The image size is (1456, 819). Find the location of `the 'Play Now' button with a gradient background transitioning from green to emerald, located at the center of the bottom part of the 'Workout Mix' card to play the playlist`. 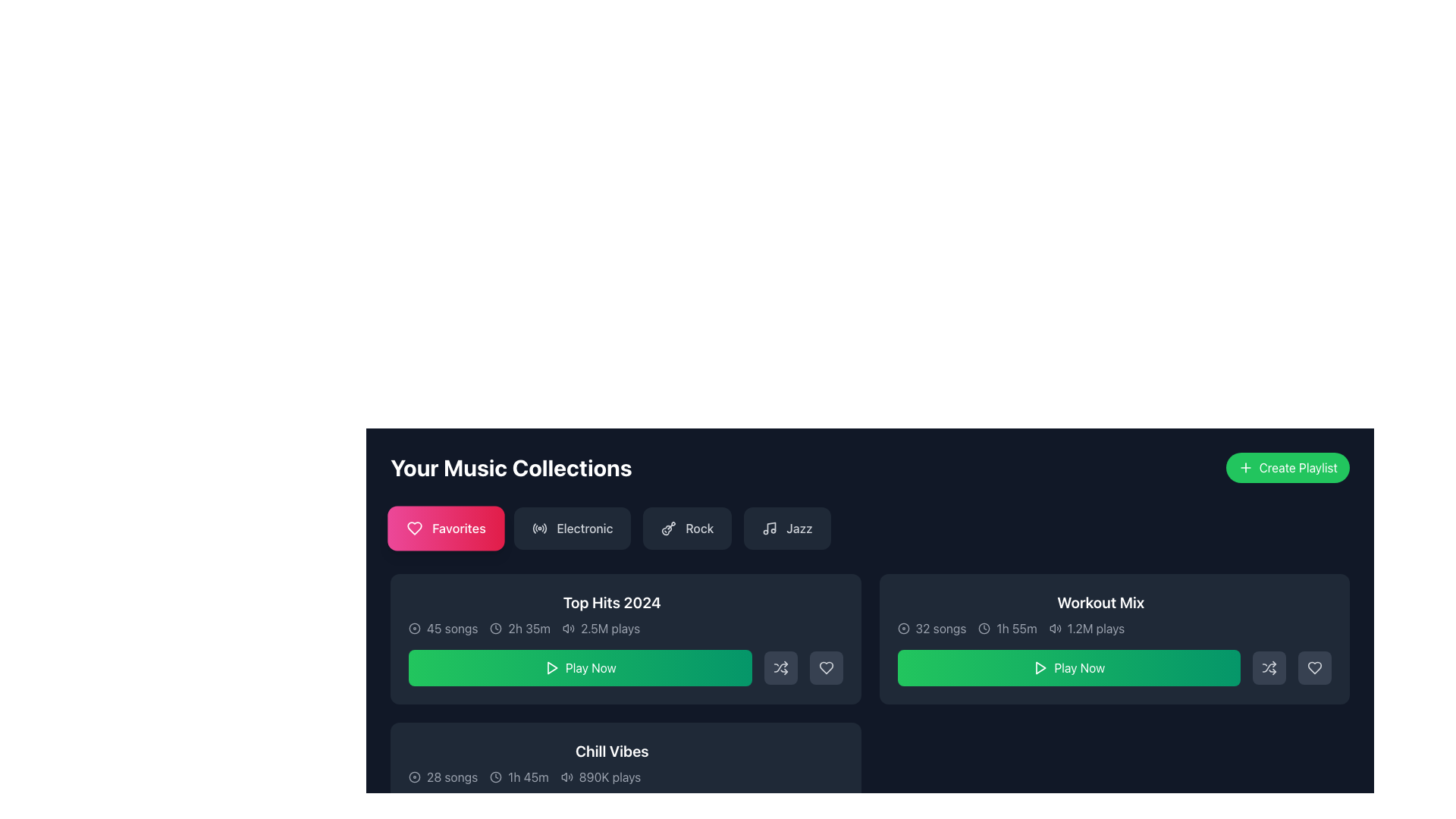

the 'Play Now' button with a gradient background transitioning from green to emerald, located at the center of the bottom part of the 'Workout Mix' card to play the playlist is located at coordinates (1114, 667).